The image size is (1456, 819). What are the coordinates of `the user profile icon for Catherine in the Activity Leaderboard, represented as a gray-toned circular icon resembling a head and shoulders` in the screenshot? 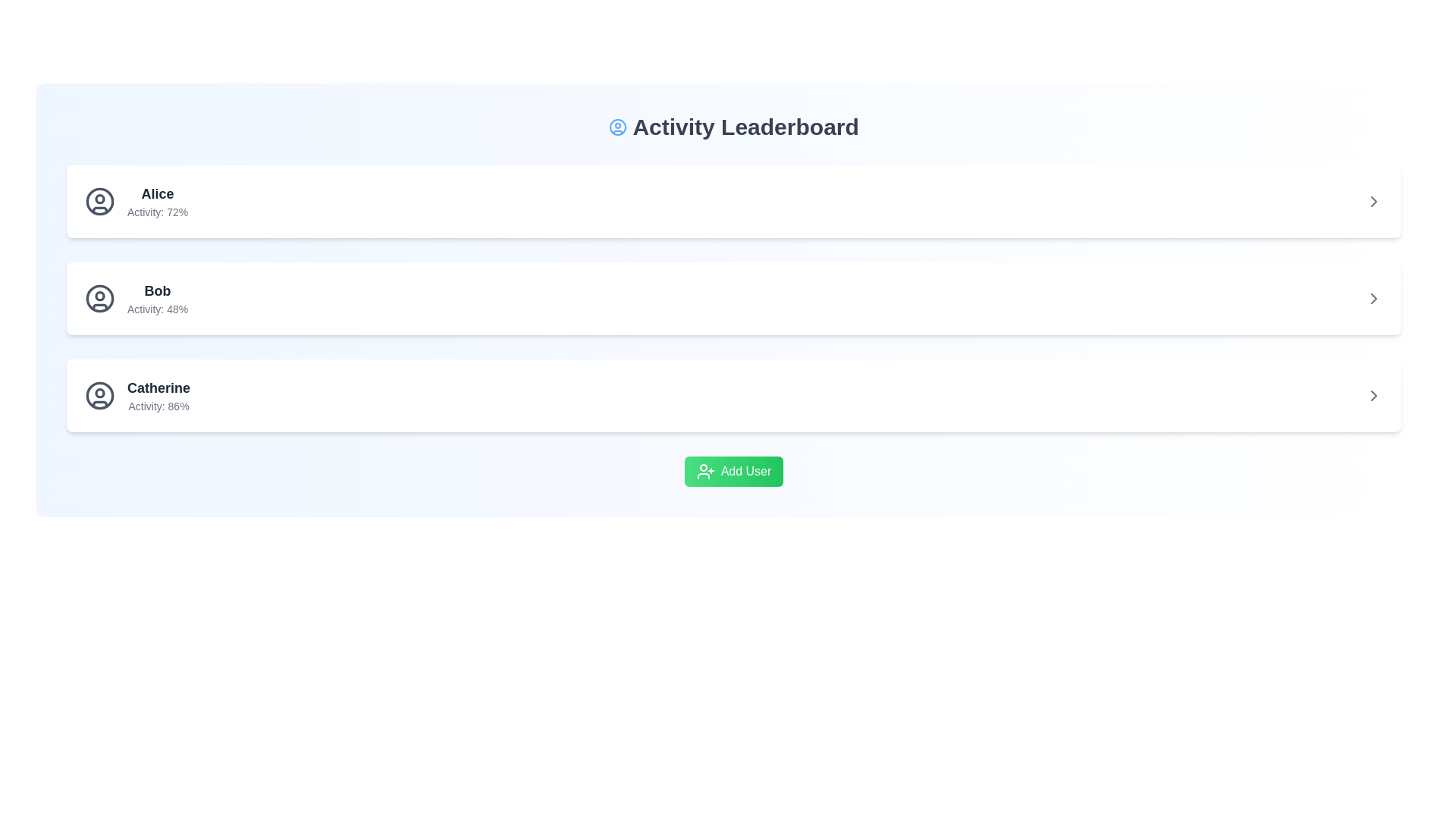 It's located at (99, 394).